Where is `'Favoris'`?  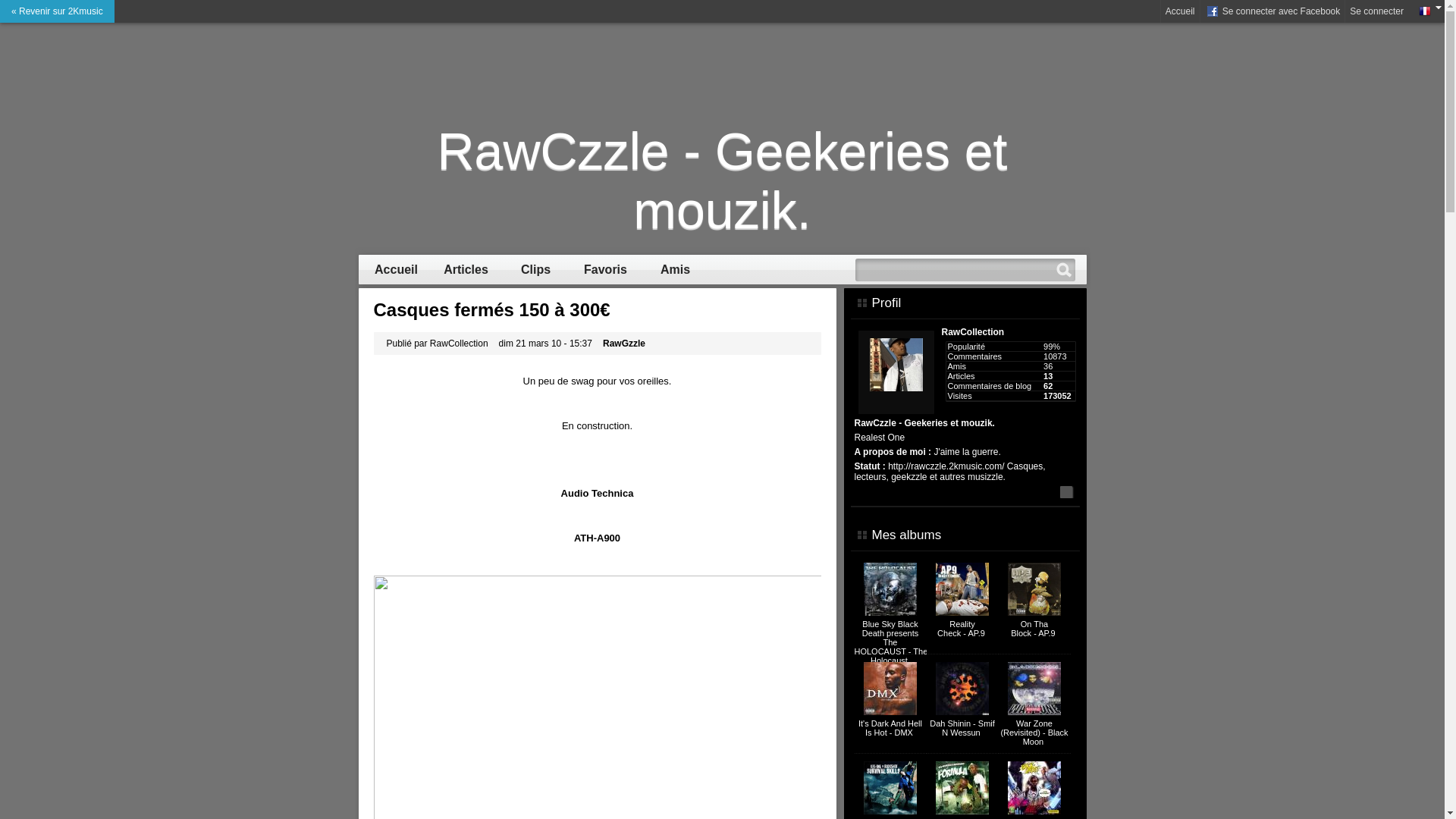
'Favoris' is located at coordinates (604, 268).